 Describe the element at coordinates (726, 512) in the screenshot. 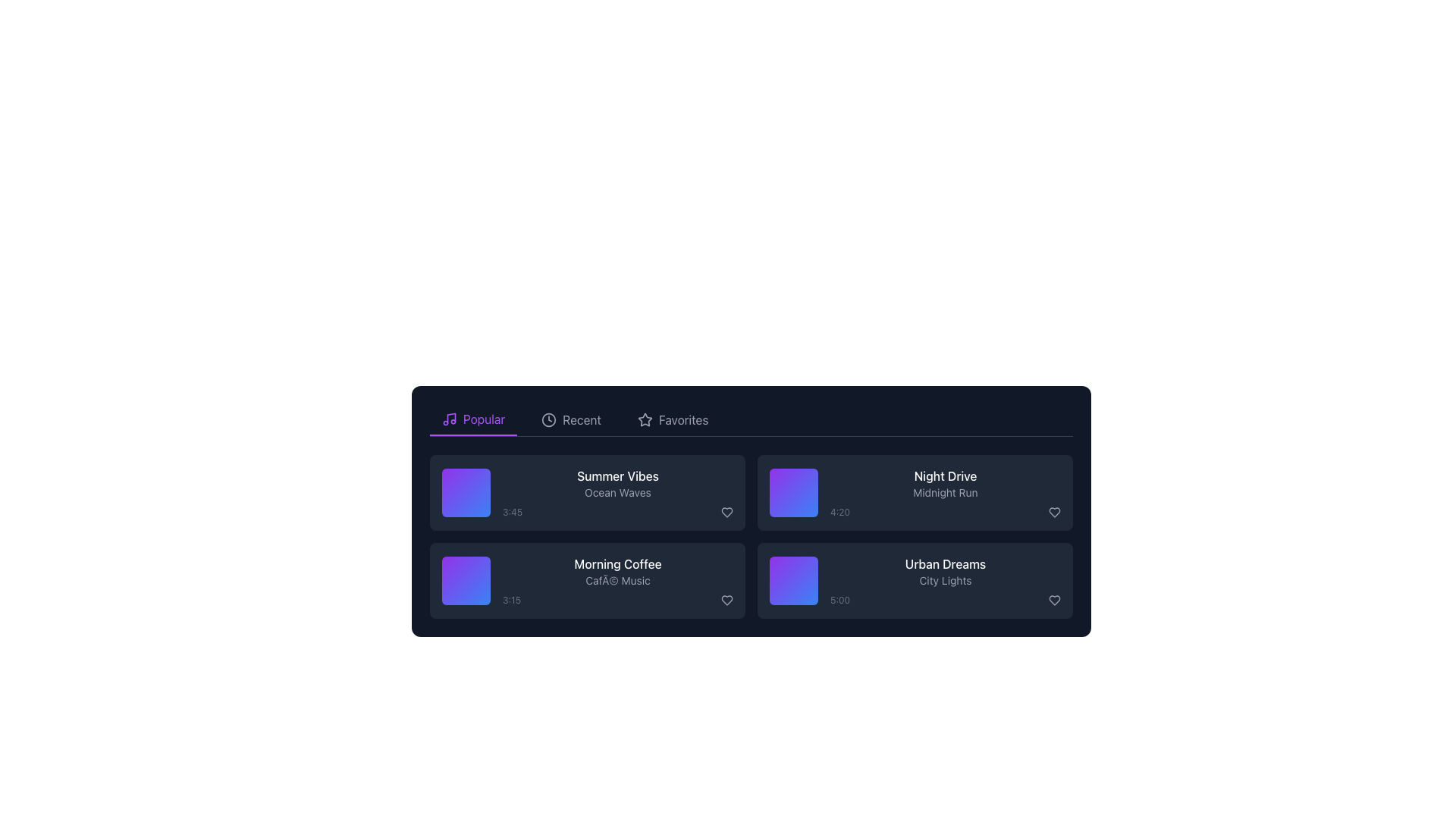

I see `the heart icon located at the bottom-right corner of the 'Summer Vibes, Ocean Waves' card in the 'Popular' section` at that location.